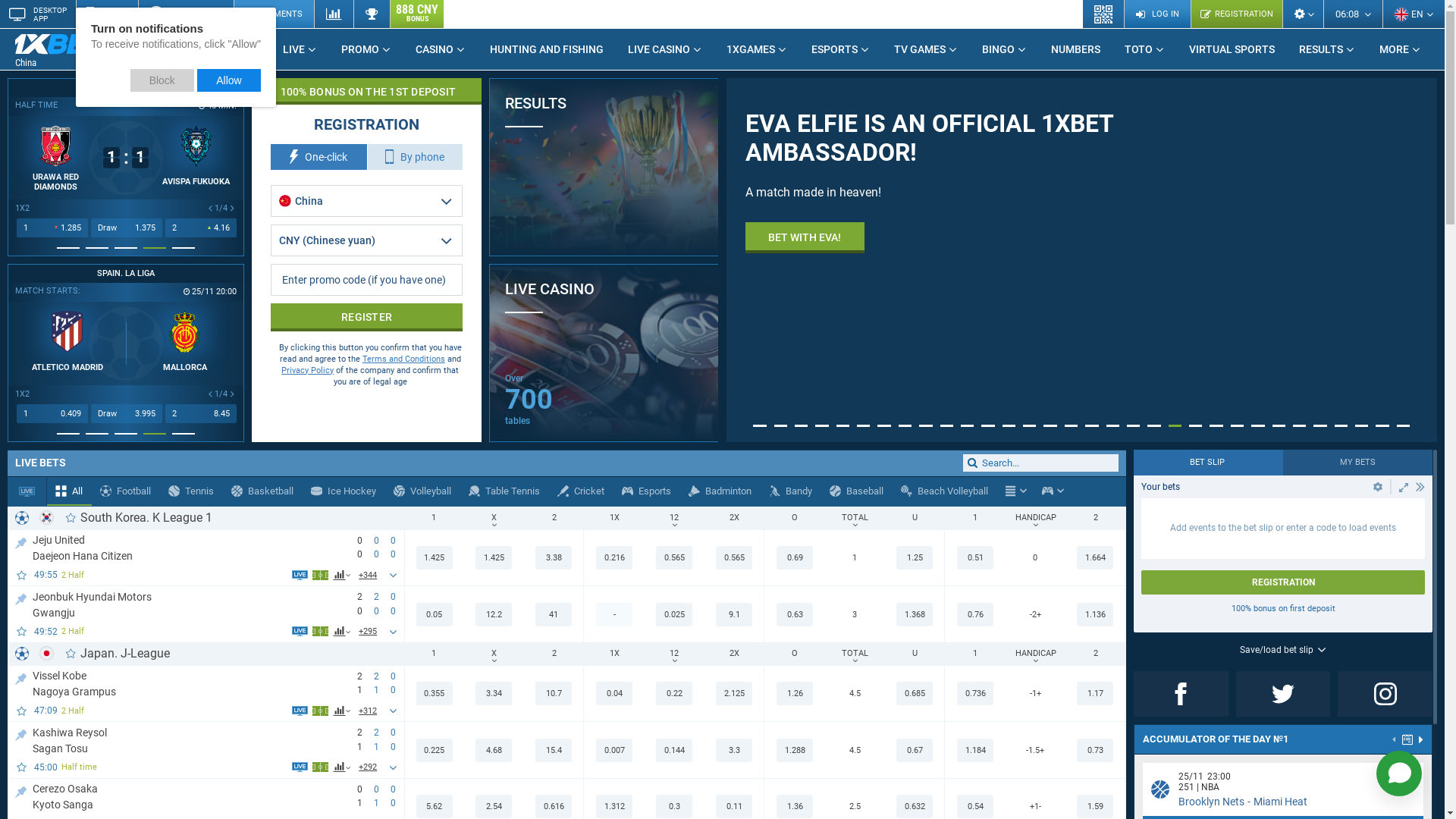 This screenshot has width=1456, height=819. What do you see at coordinates (105, 14) in the screenshot?
I see `'MOBILE` at bounding box center [105, 14].